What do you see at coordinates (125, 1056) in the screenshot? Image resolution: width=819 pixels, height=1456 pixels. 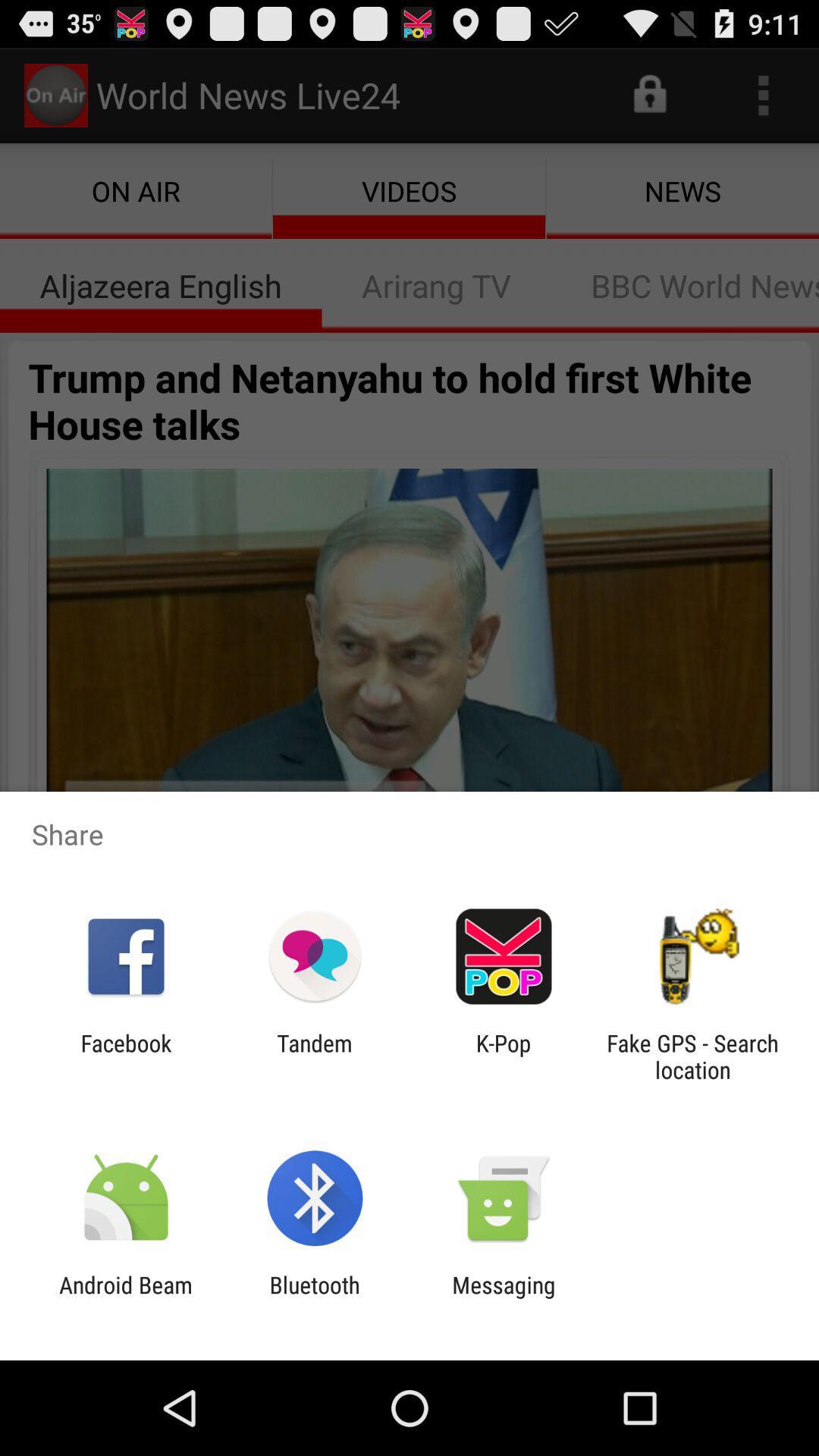 I see `facebook app` at bounding box center [125, 1056].